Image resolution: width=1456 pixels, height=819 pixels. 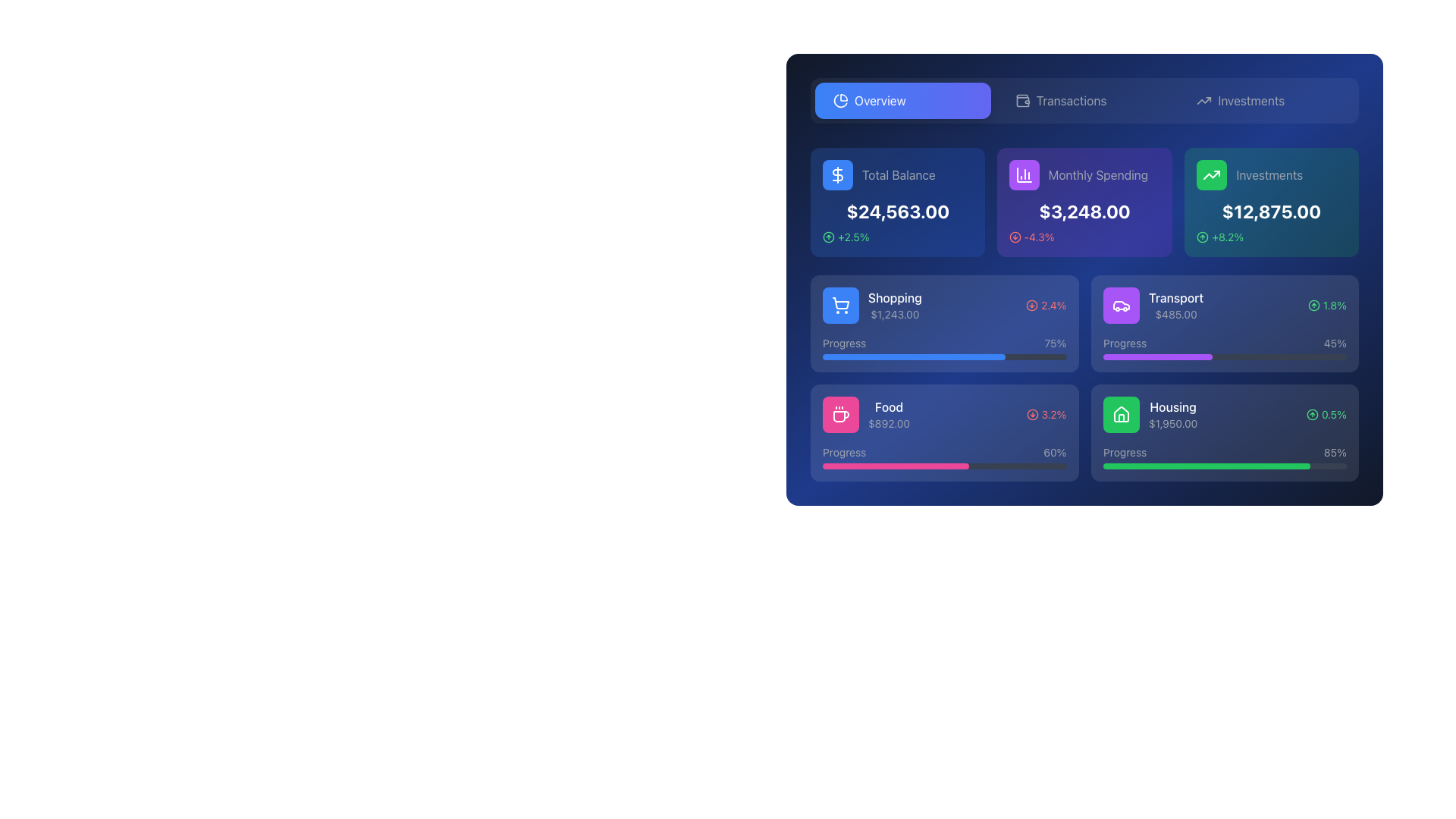 I want to click on the text node displaying '0.5%' with a green font and a circle-arrow-up icon, located in the bottom-right corner of the 'Housing' card, so click(x=1326, y=415).